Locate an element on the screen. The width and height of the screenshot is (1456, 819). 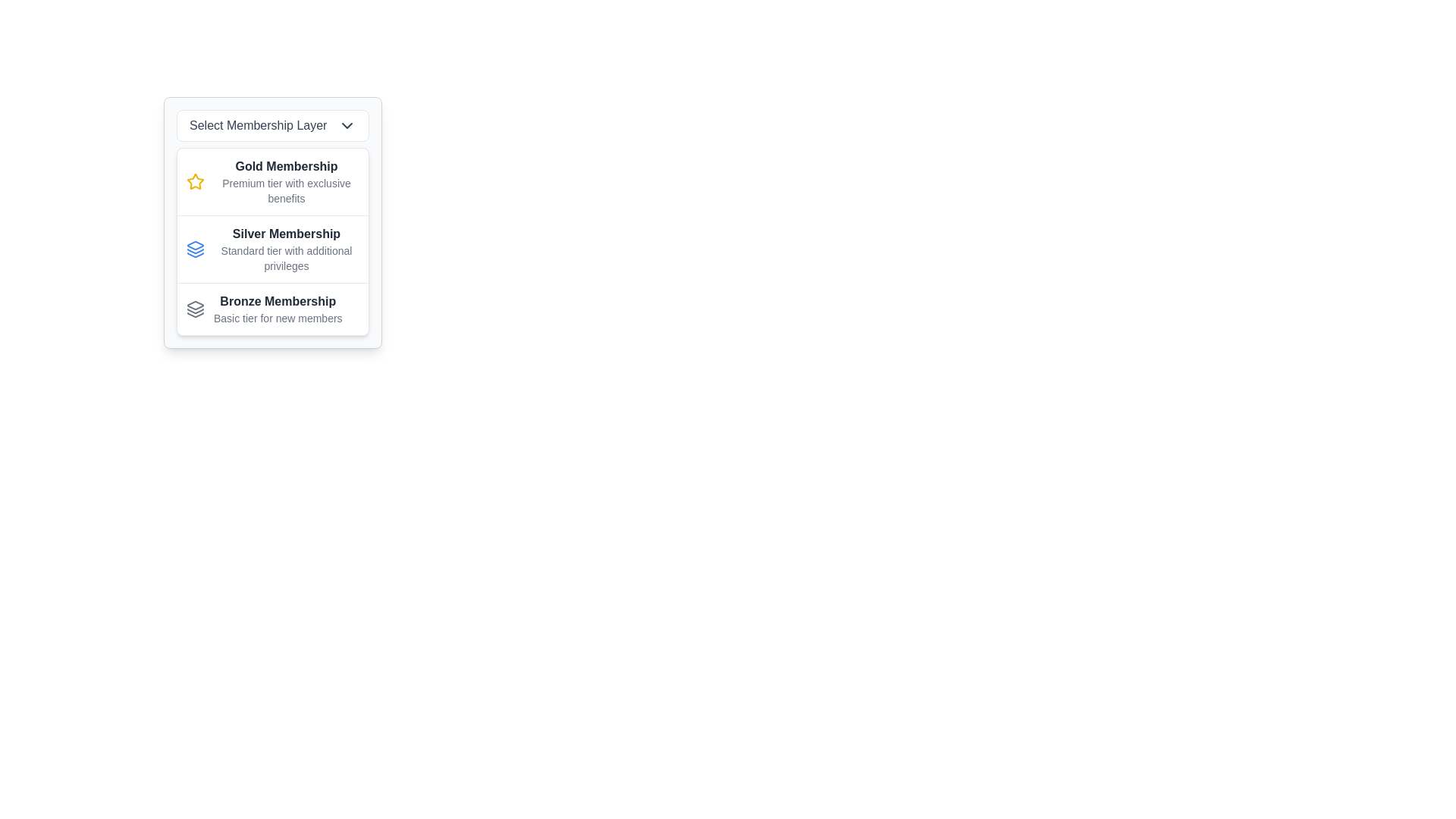
the second list item labeled 'Silver Membership' in the vertical list of membership tiers is located at coordinates (273, 249).